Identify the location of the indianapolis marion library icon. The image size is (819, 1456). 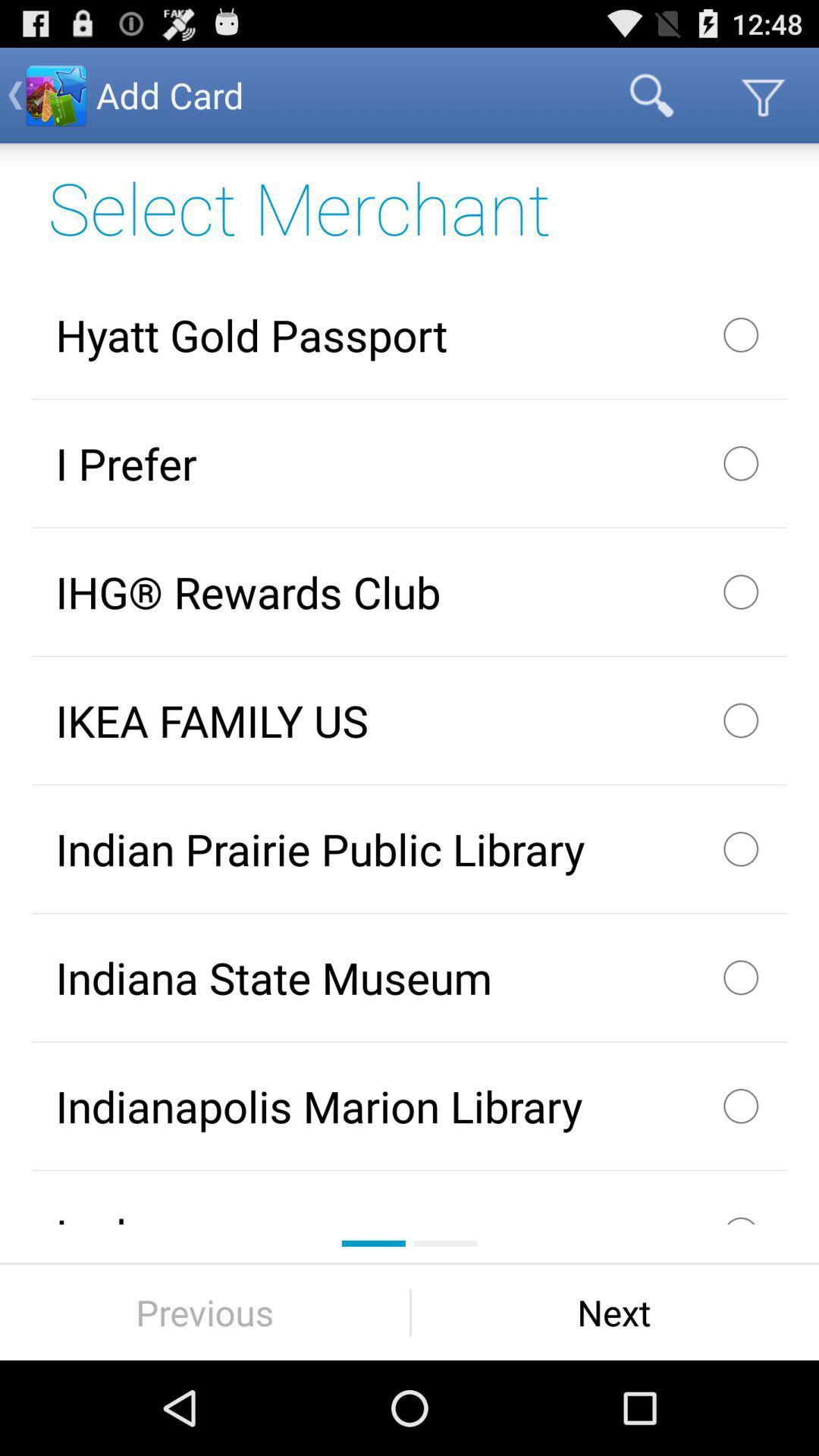
(409, 1106).